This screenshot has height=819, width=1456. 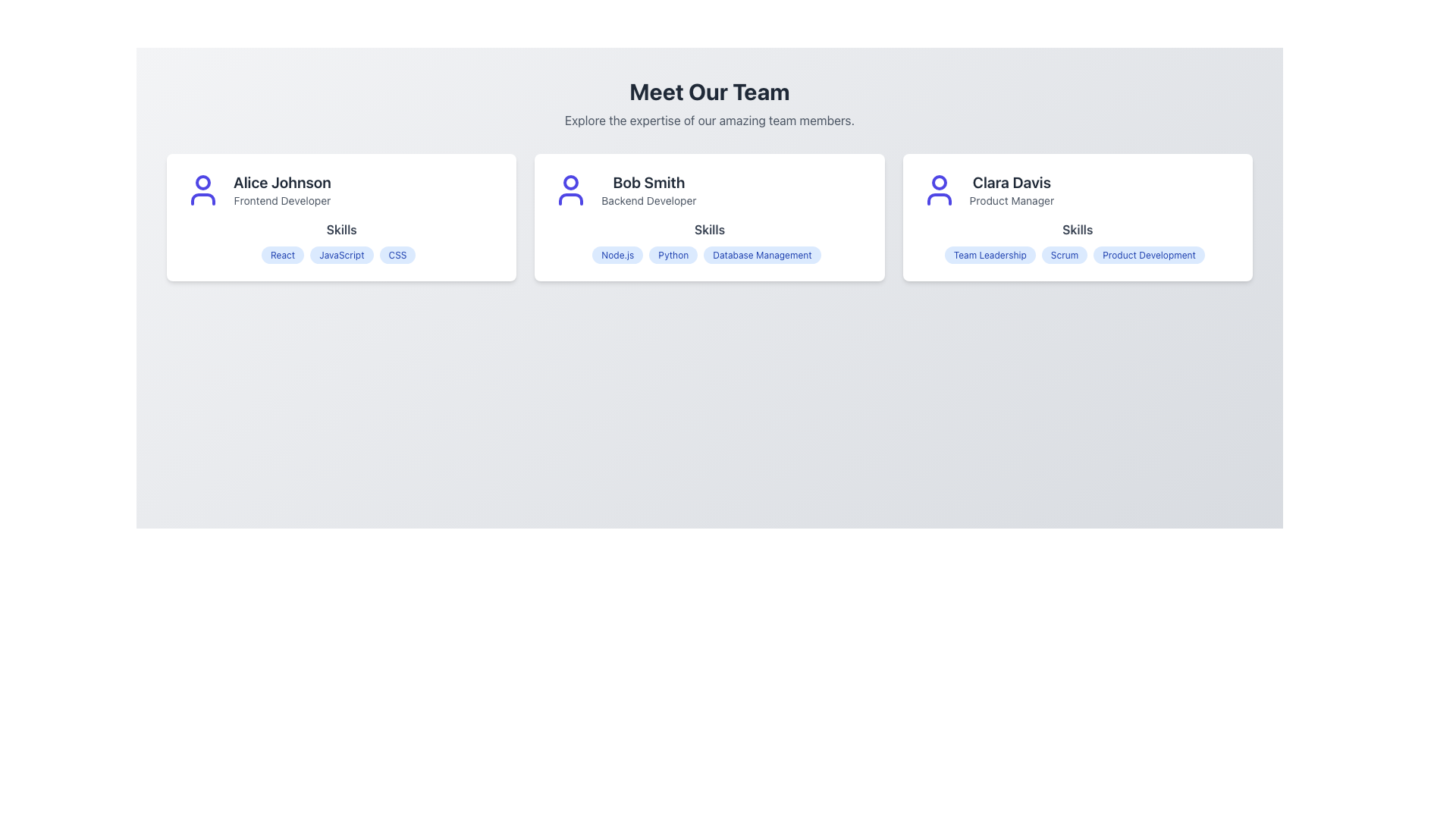 I want to click on the subtitle text located below the 'Meet Our Team' heading, which describes the section showcasing team members, so click(x=709, y=119).